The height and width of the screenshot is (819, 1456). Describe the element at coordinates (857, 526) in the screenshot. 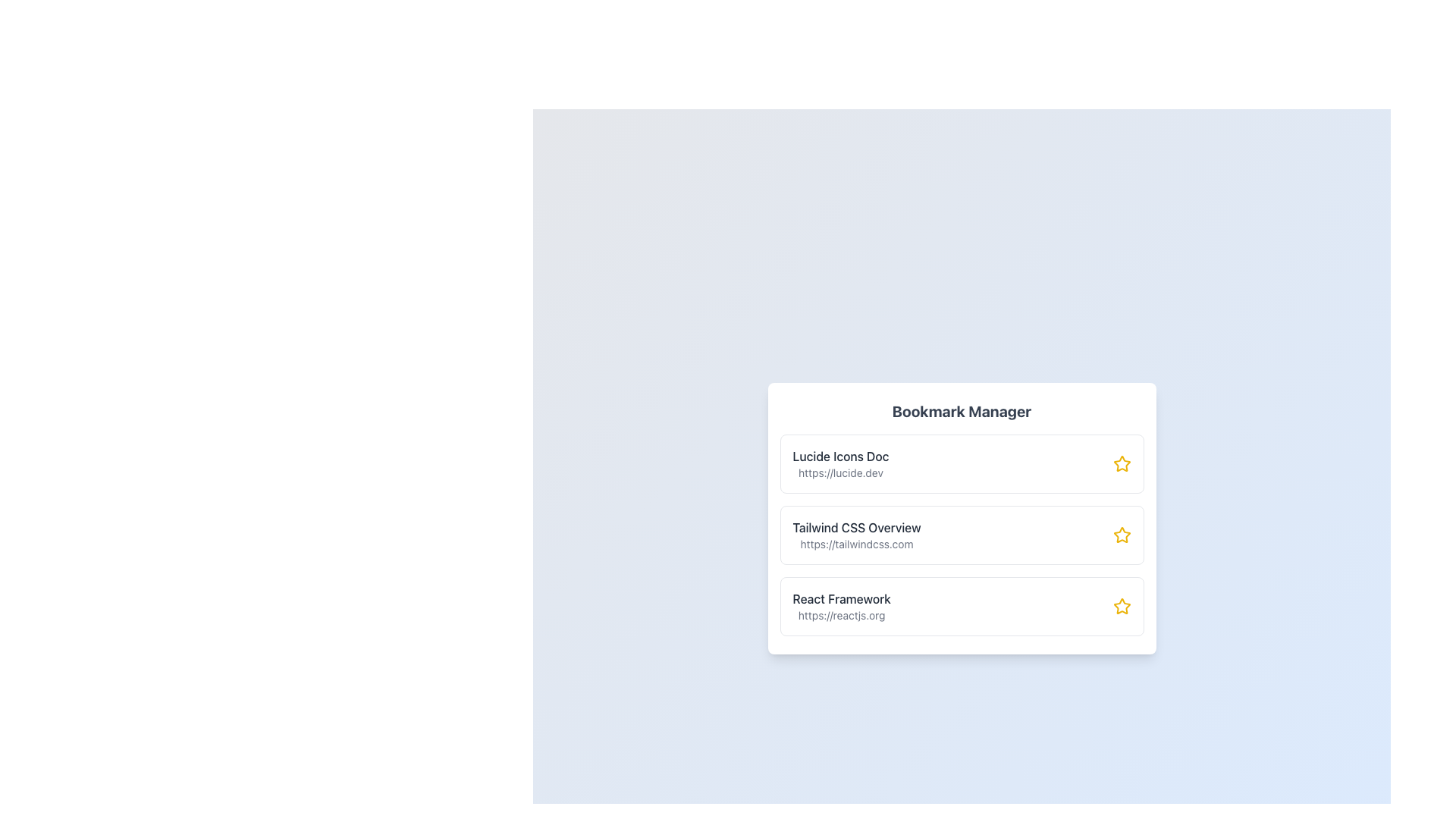

I see `the bold dark gray text label displaying 'Tailwind CSS Overview' in the Bookmark Manager interface, positioned above the link 'https://tailwindcss.com'` at that location.